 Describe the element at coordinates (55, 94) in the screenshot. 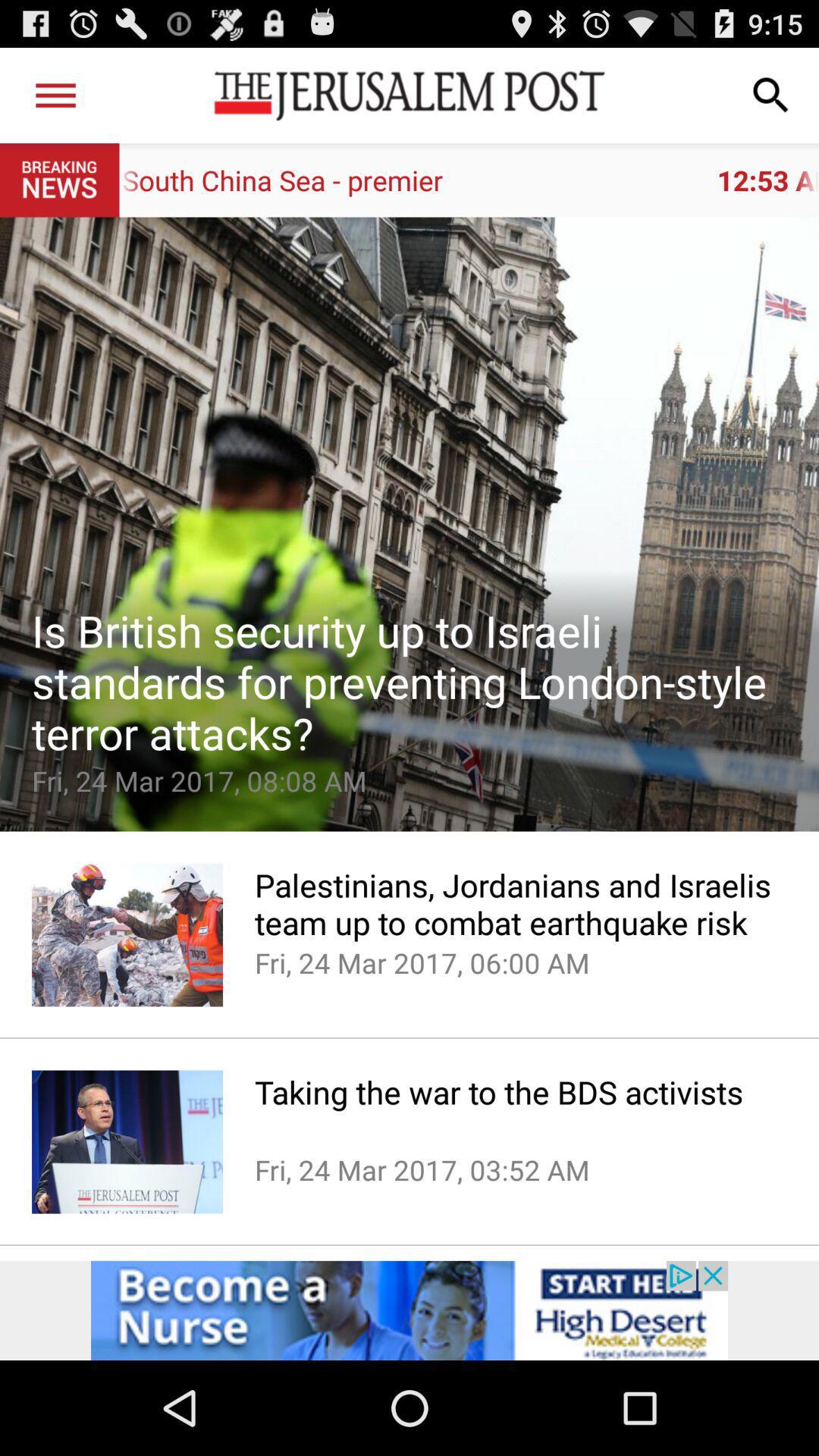

I see `the app to the left of the 12 53 am icon` at that location.